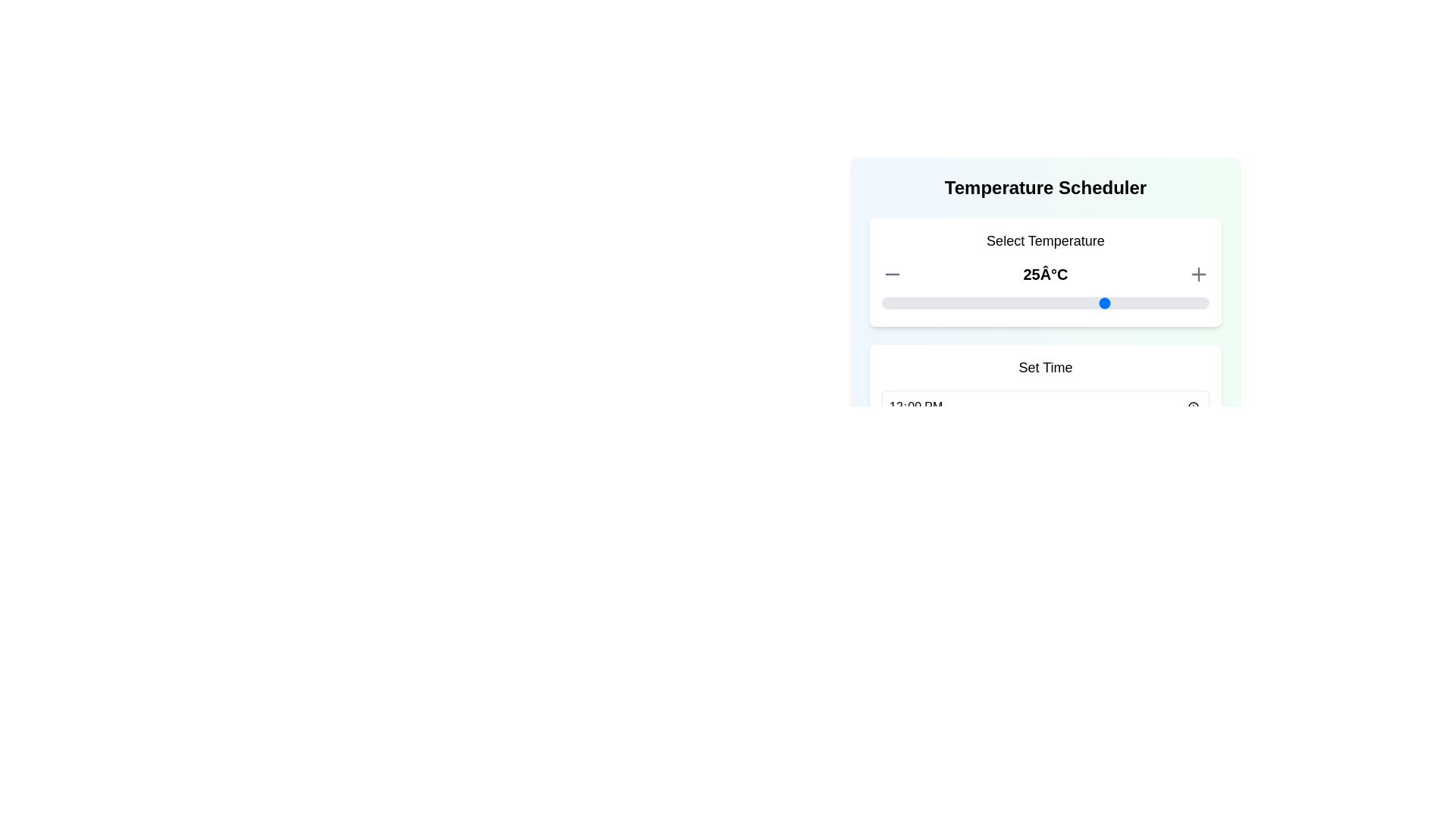  I want to click on the gray minus icon button located to the left of the temperature display (25°C), so click(892, 275).